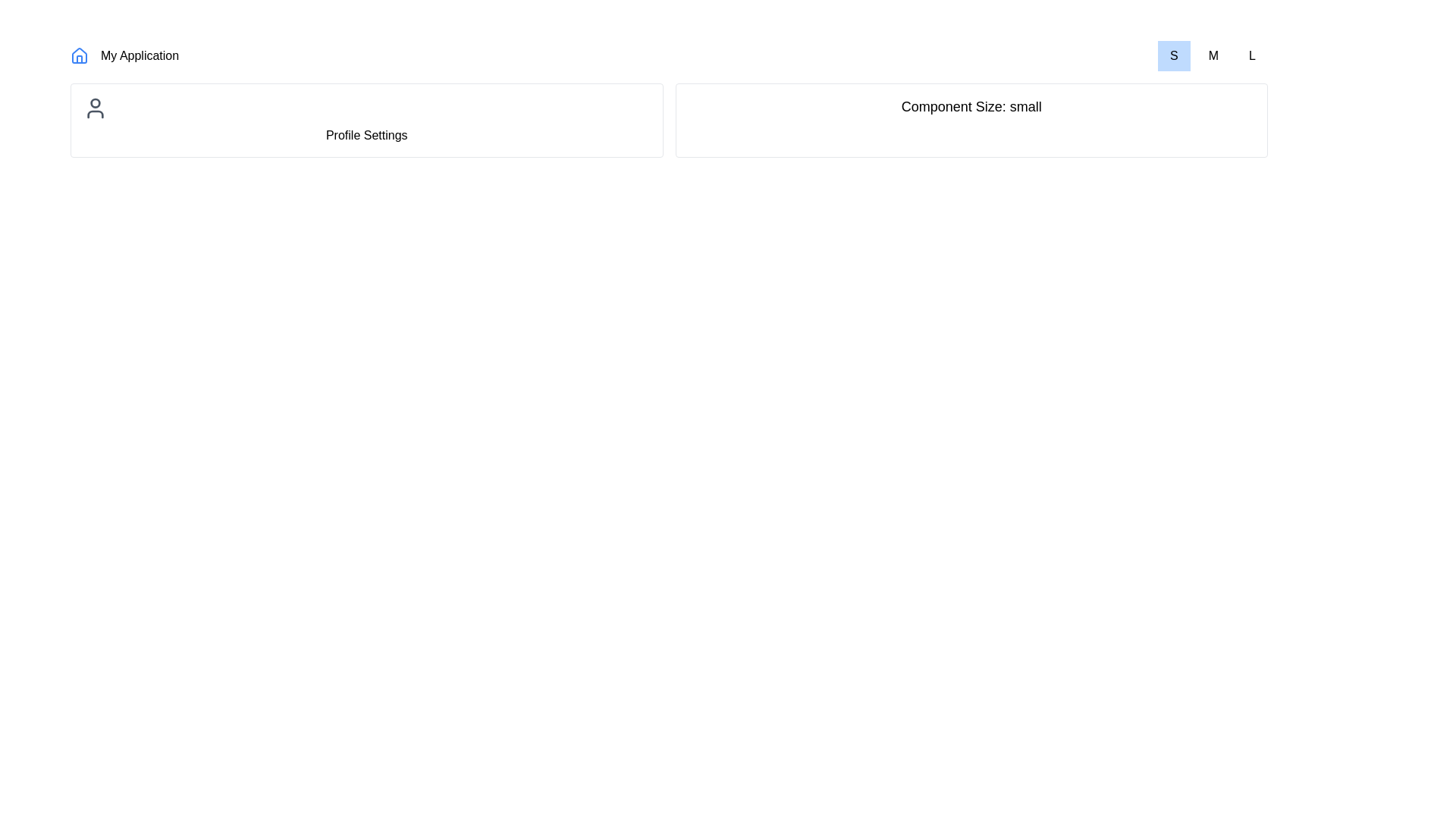  Describe the element at coordinates (1212, 55) in the screenshot. I see `the medium size button located in the upper-right of the layout, which is positioned between the small ('S') and large ('L') buttons` at that location.